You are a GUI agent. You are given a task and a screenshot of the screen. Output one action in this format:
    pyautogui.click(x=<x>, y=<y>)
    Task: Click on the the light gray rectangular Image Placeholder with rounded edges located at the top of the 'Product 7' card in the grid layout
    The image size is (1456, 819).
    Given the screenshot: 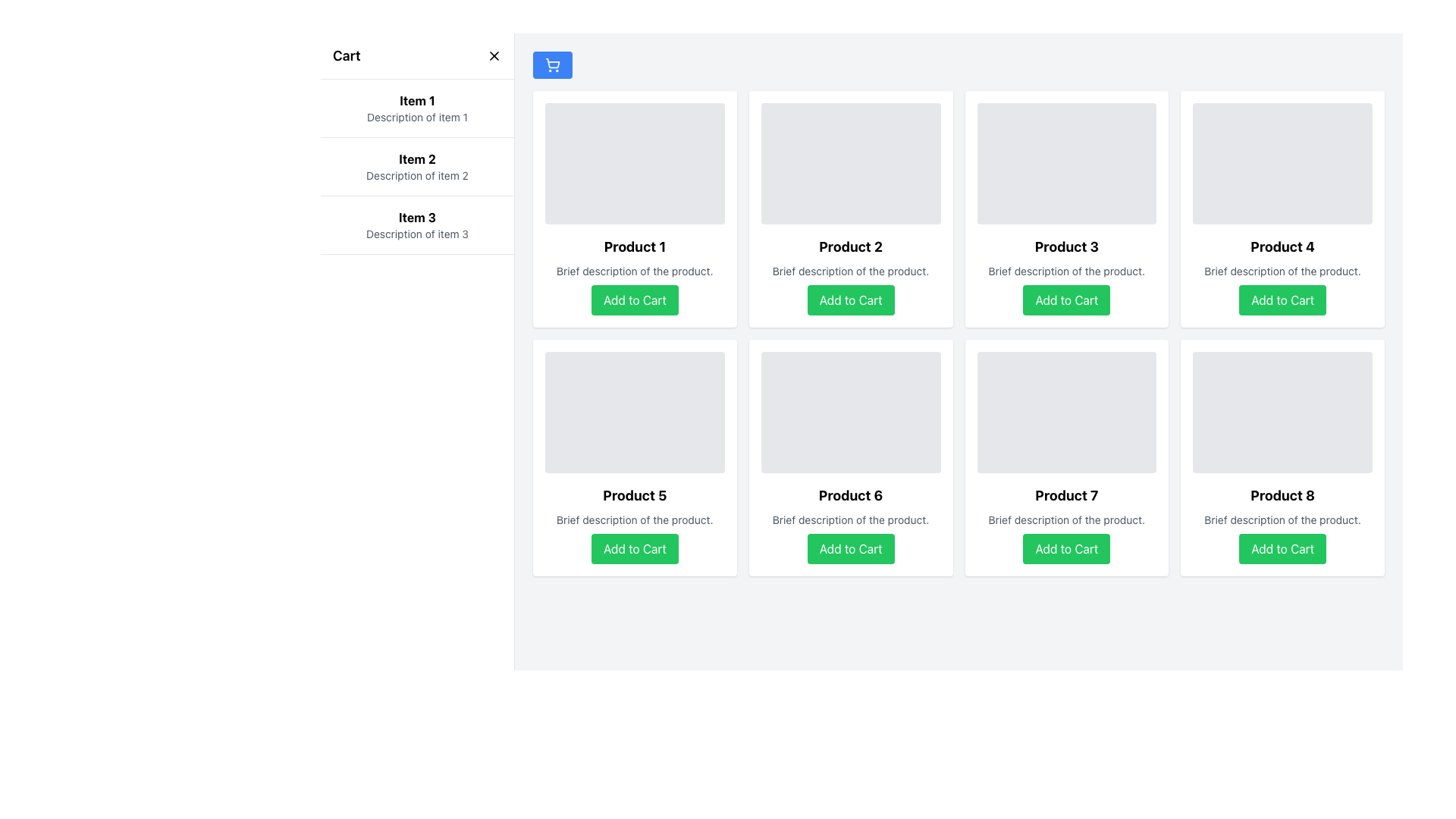 What is the action you would take?
    pyautogui.click(x=1065, y=412)
    